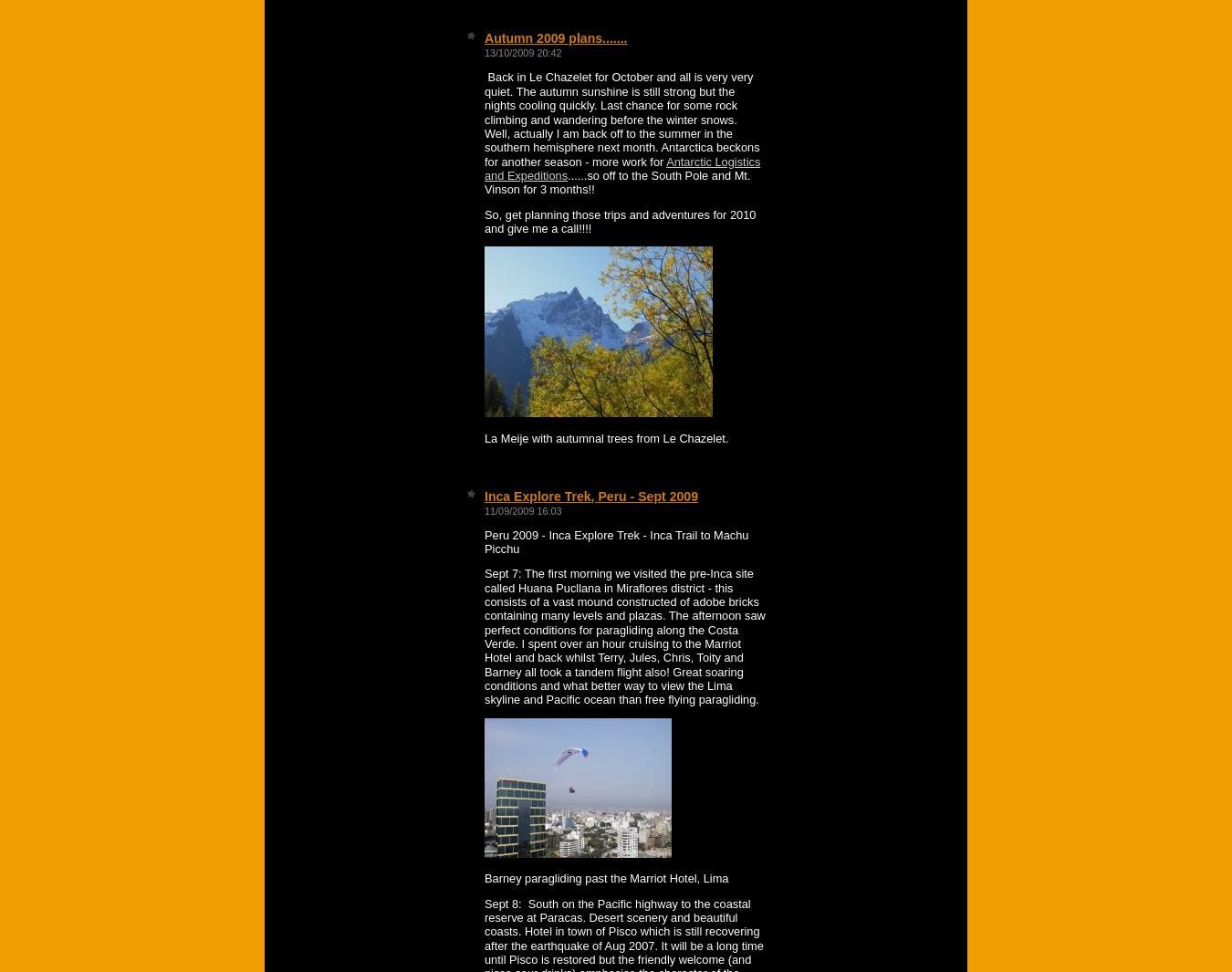  I want to click on 'Barney paragliding past the Marriot Hotel, Lima', so click(606, 878).